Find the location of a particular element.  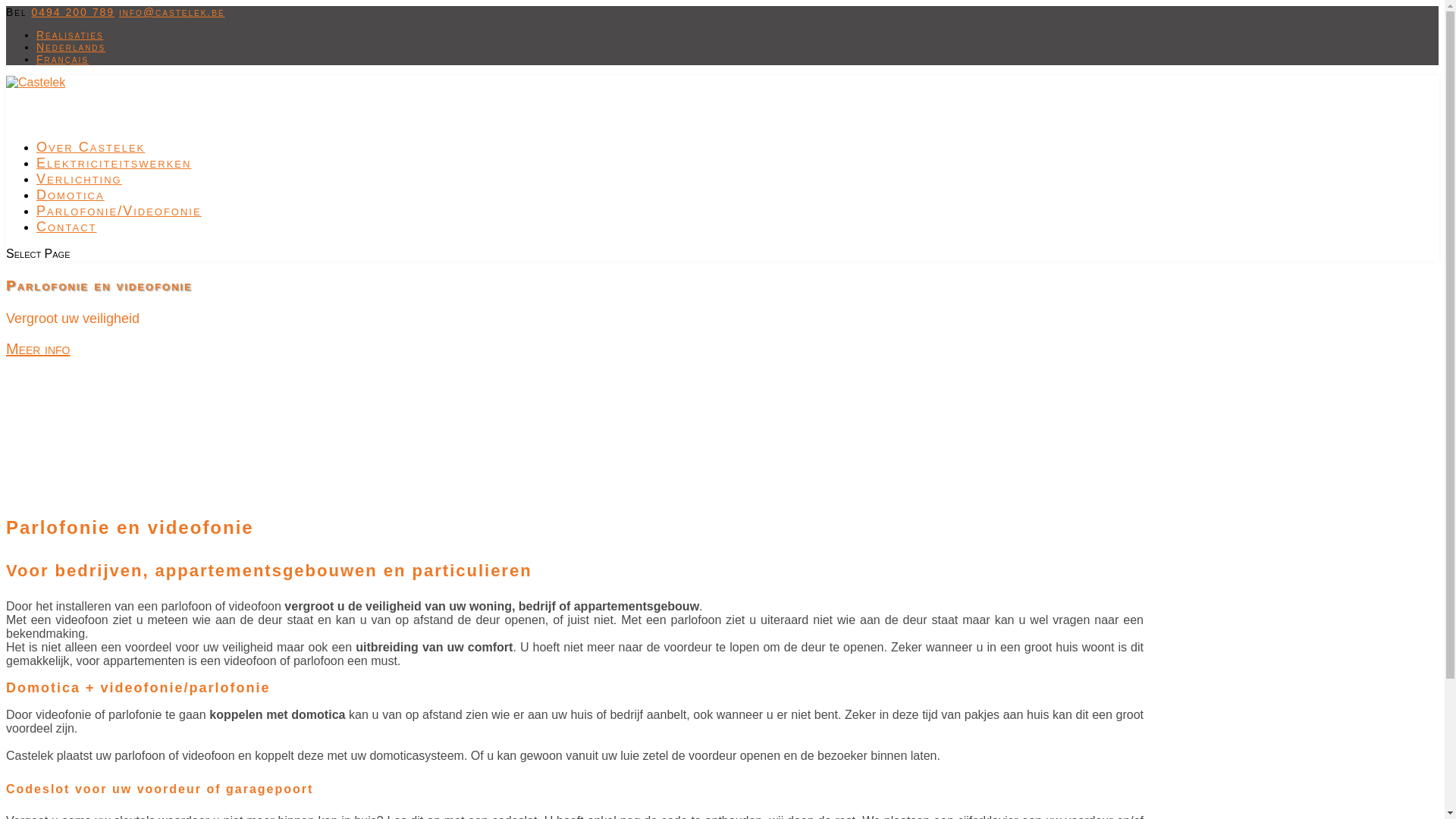

'Nederlands' is located at coordinates (70, 45).